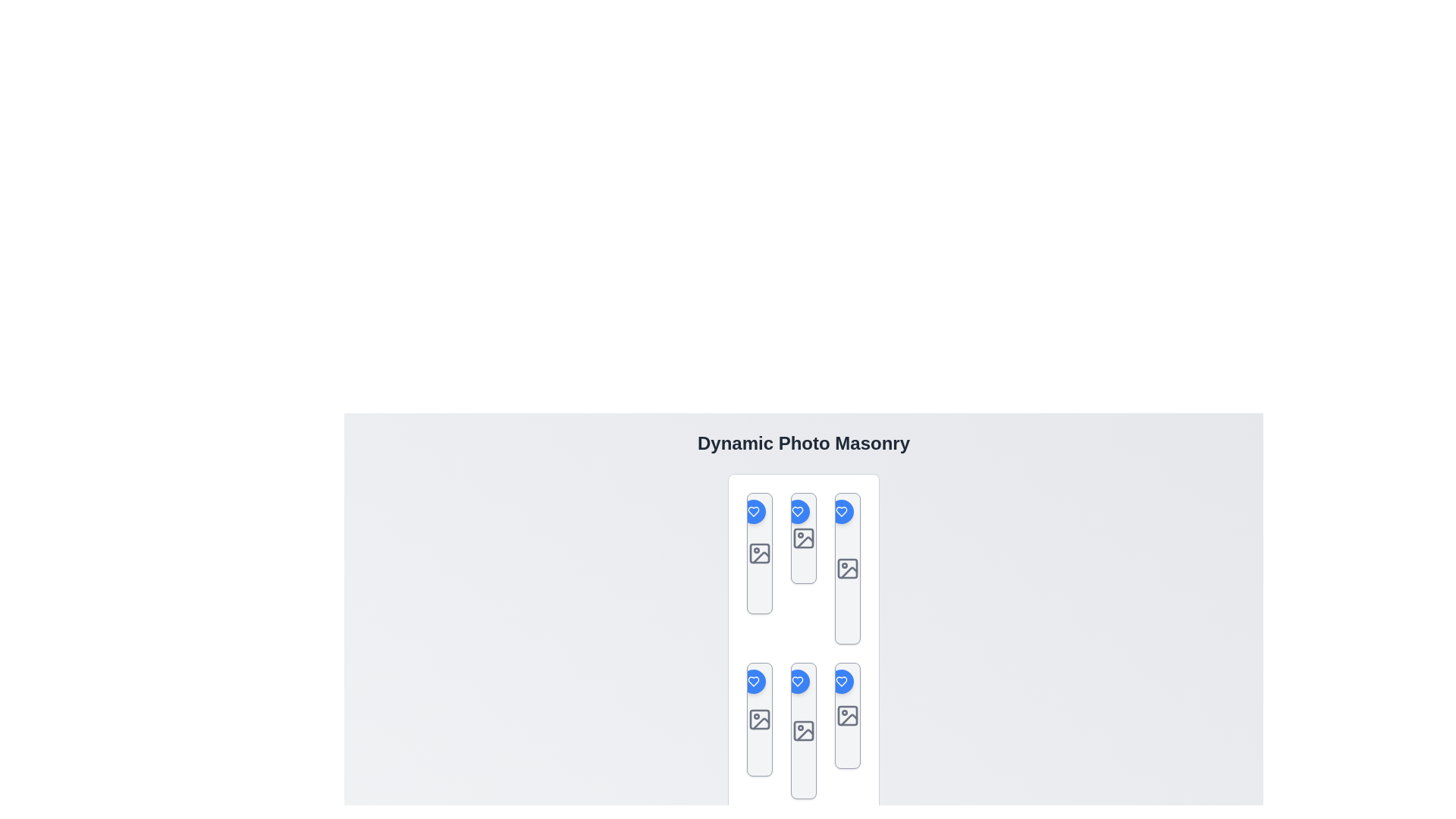 This screenshot has height=819, width=1456. What do you see at coordinates (753, 680) in the screenshot?
I see `the heart-shaped SVG icon located in the top-right corner of the card` at bounding box center [753, 680].